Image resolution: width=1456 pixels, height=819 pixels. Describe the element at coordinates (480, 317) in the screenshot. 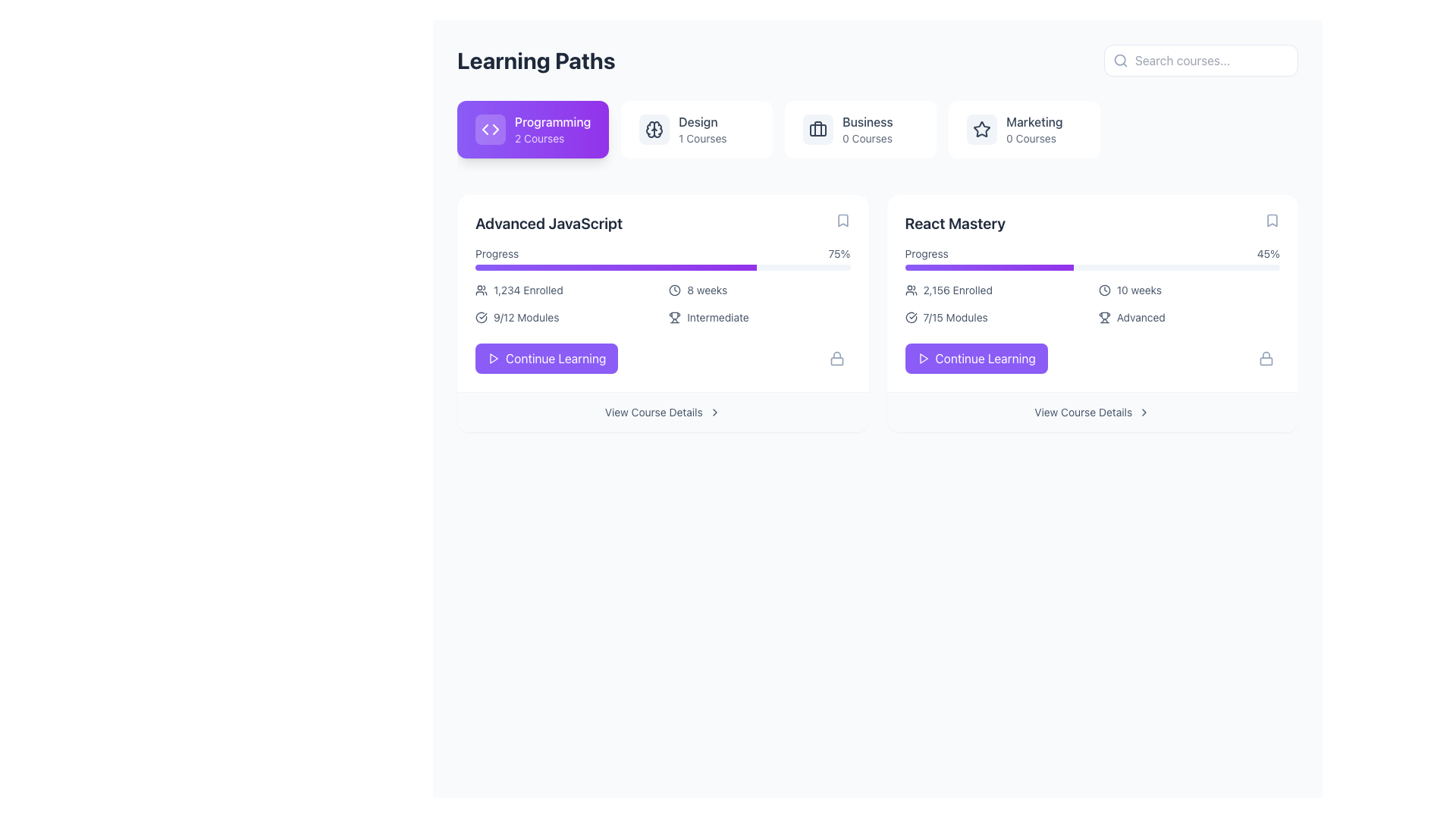

I see `the circular icon with a checkmark located to the left of the text '9/12 Modules' in the Advanced JavaScript course progress section` at that location.